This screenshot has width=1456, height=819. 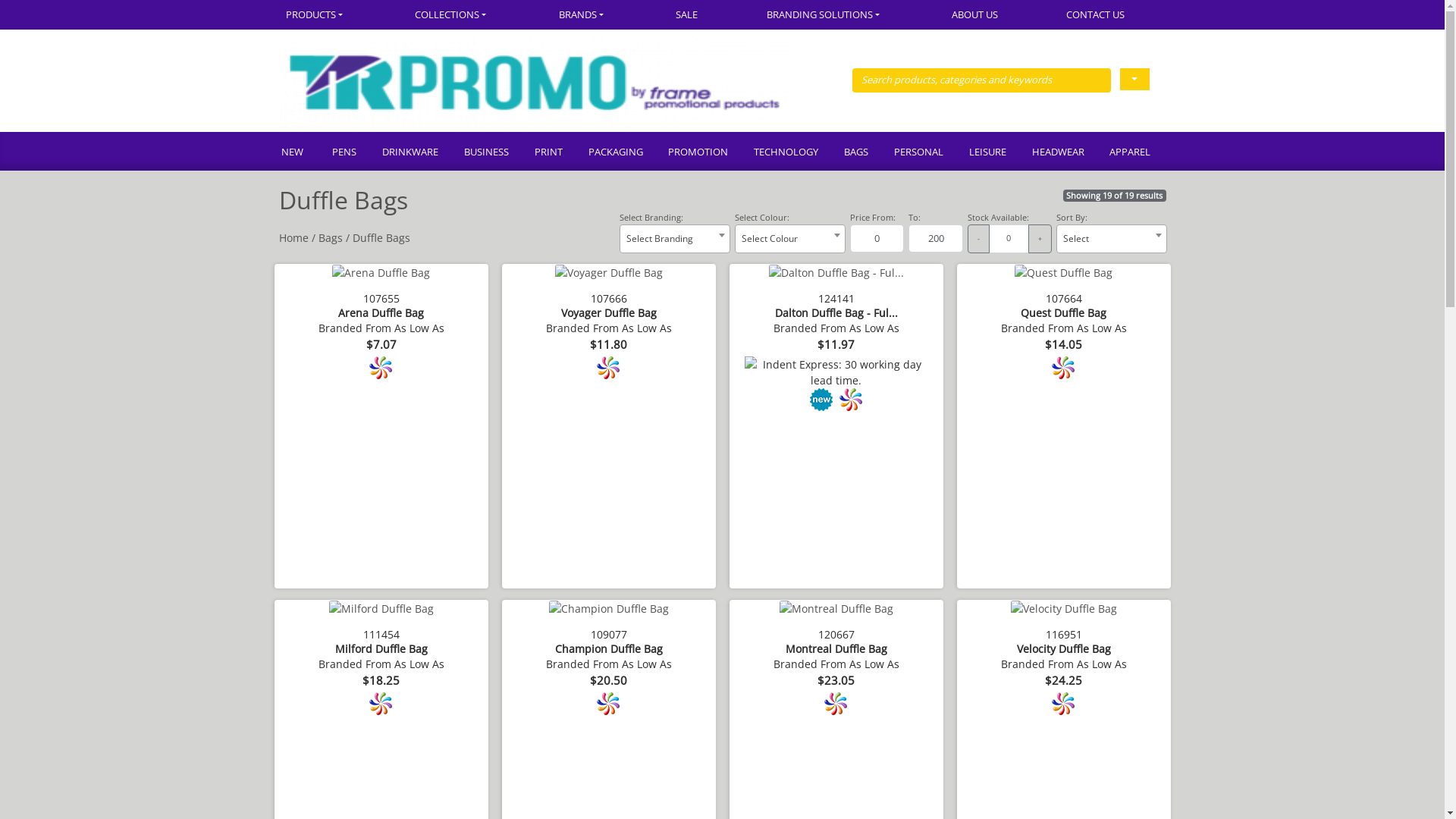 What do you see at coordinates (836, 372) in the screenshot?
I see `'Indent Express: 30 working day lead time.'` at bounding box center [836, 372].